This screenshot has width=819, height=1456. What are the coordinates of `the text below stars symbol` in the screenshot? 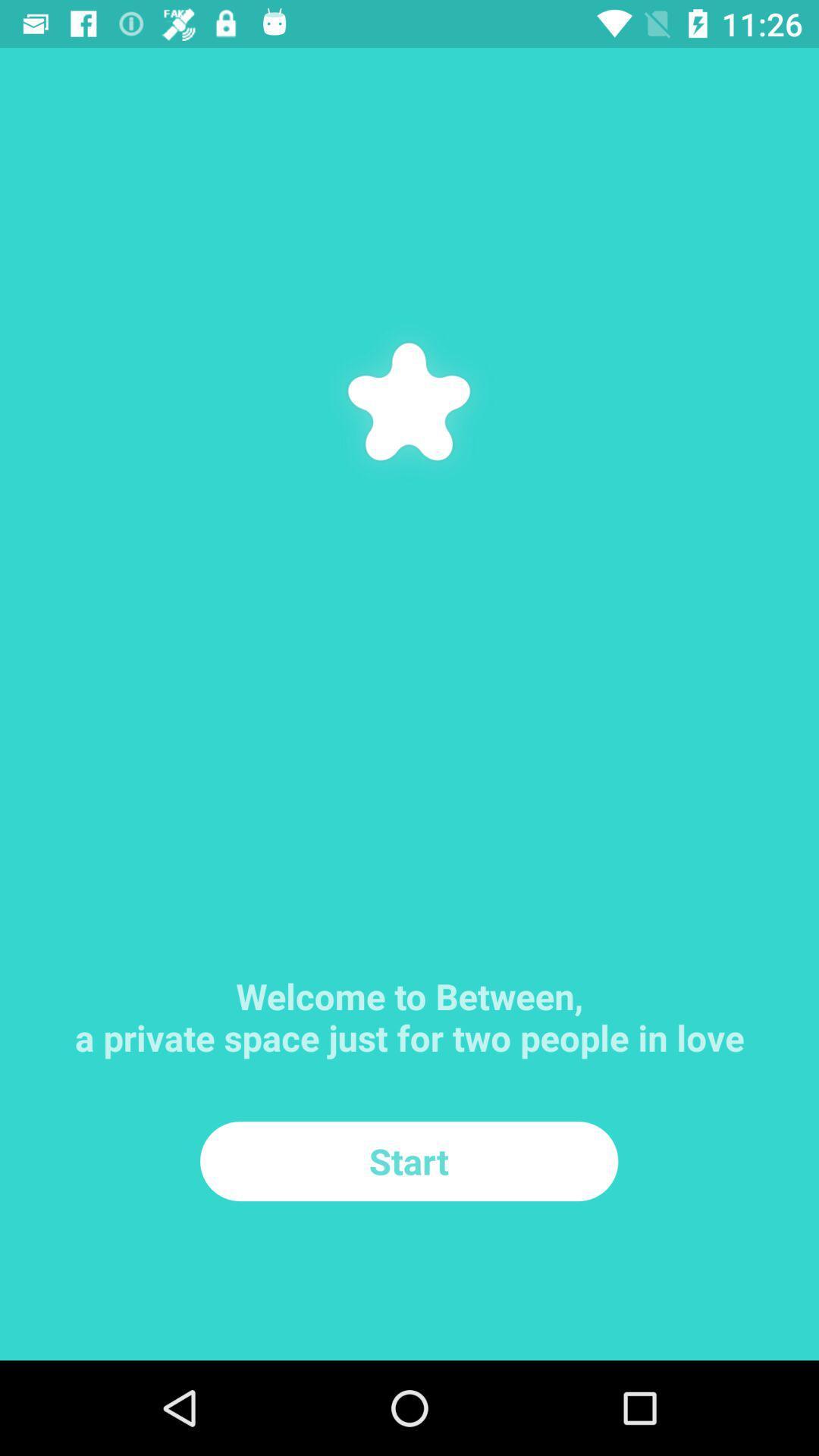 It's located at (409, 989).